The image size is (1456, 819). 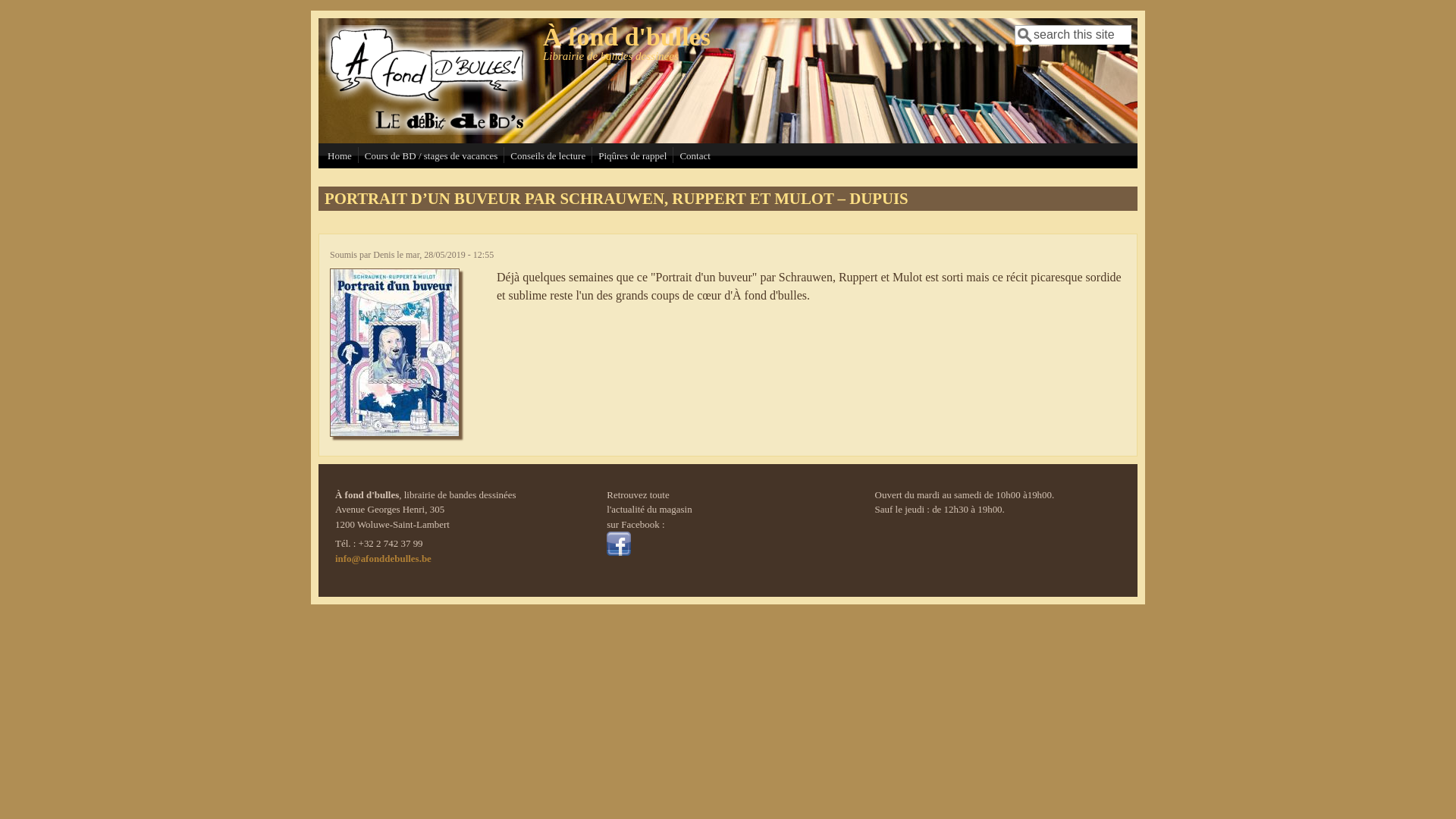 What do you see at coordinates (694, 155) in the screenshot?
I see `'Contact'` at bounding box center [694, 155].